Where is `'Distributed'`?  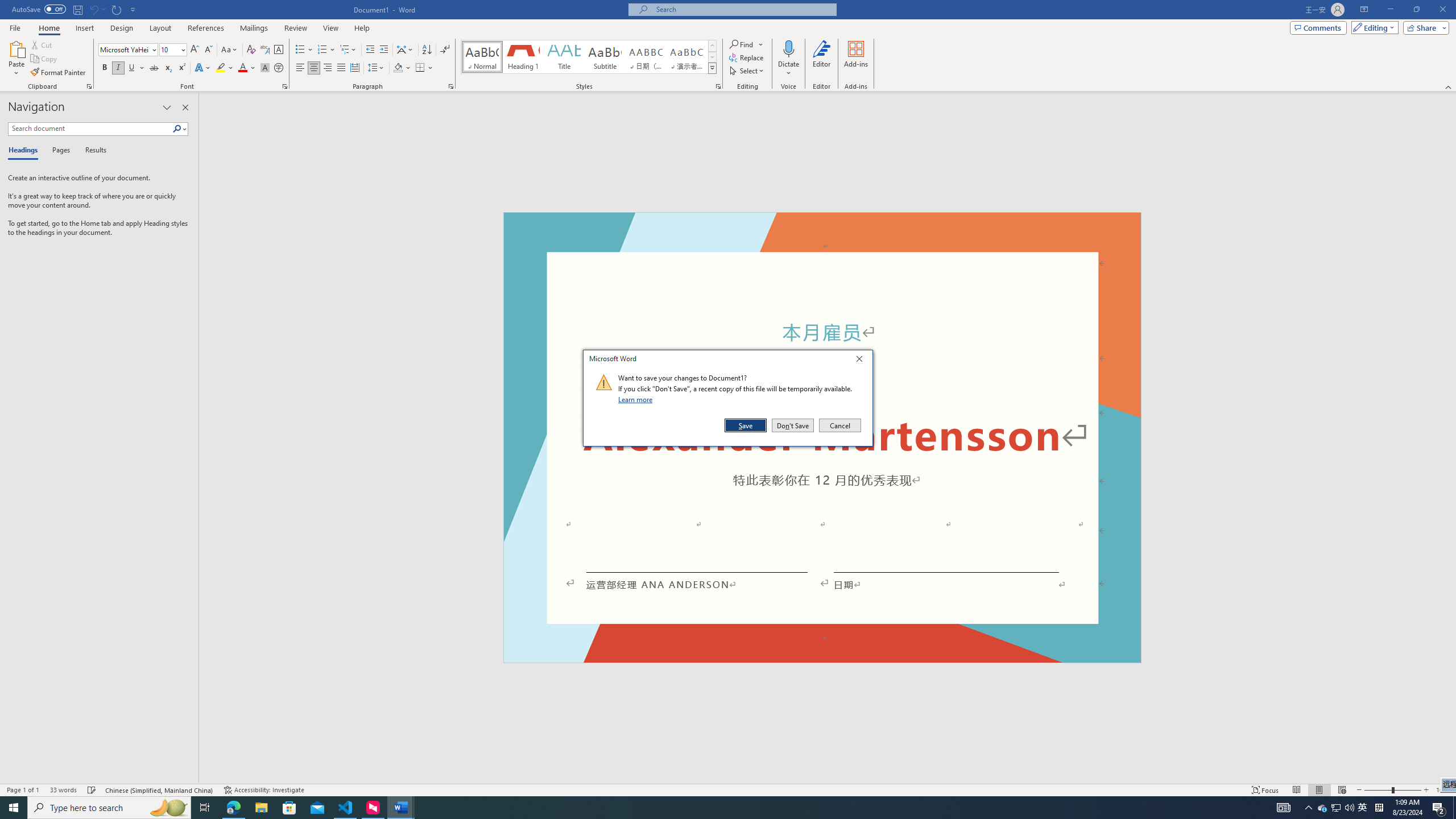 'Distributed' is located at coordinates (354, 67).